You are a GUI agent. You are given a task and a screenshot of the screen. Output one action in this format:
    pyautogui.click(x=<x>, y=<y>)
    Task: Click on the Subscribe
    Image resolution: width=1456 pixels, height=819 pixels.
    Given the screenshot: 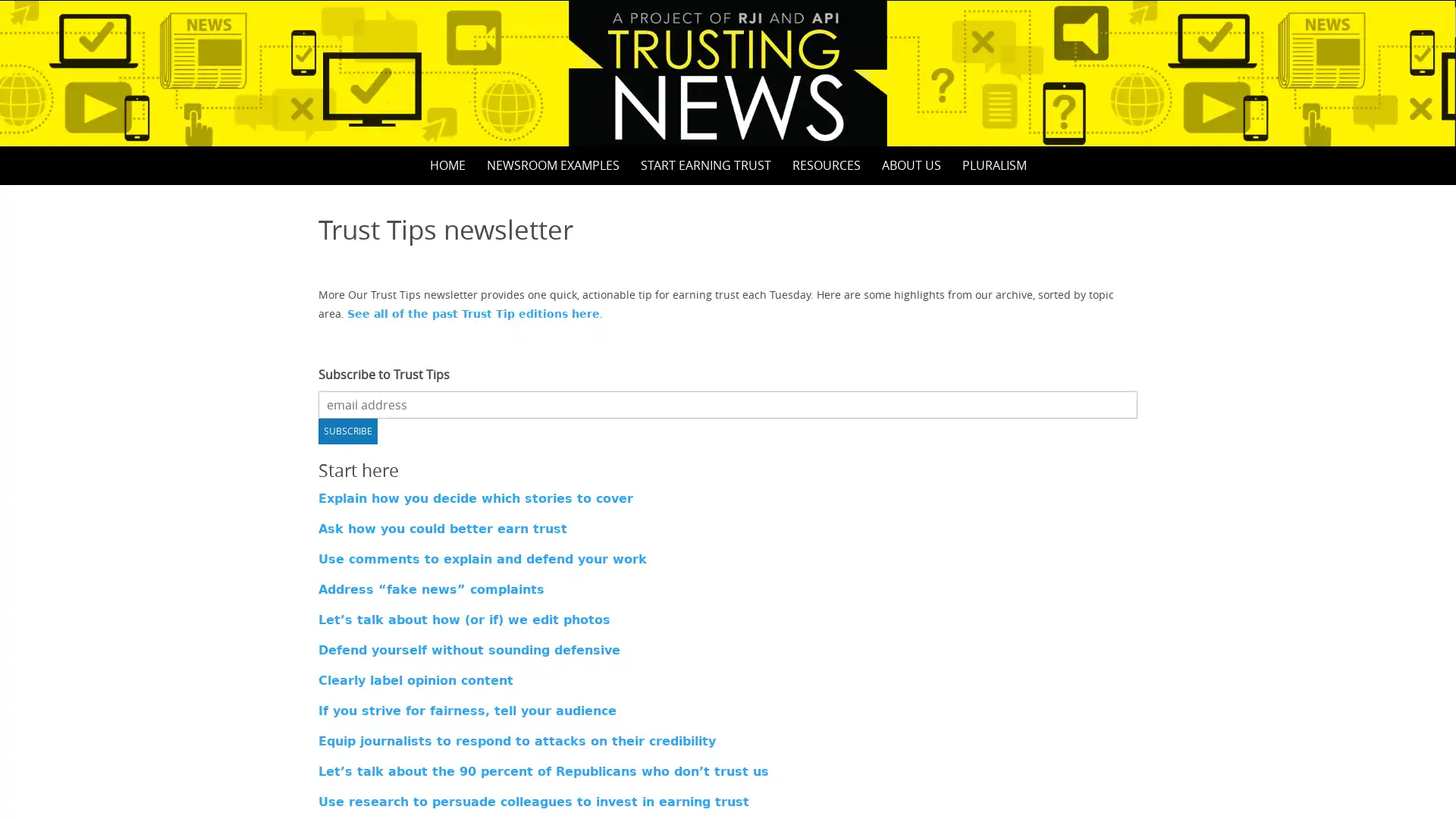 What is the action you would take?
    pyautogui.click(x=347, y=430)
    